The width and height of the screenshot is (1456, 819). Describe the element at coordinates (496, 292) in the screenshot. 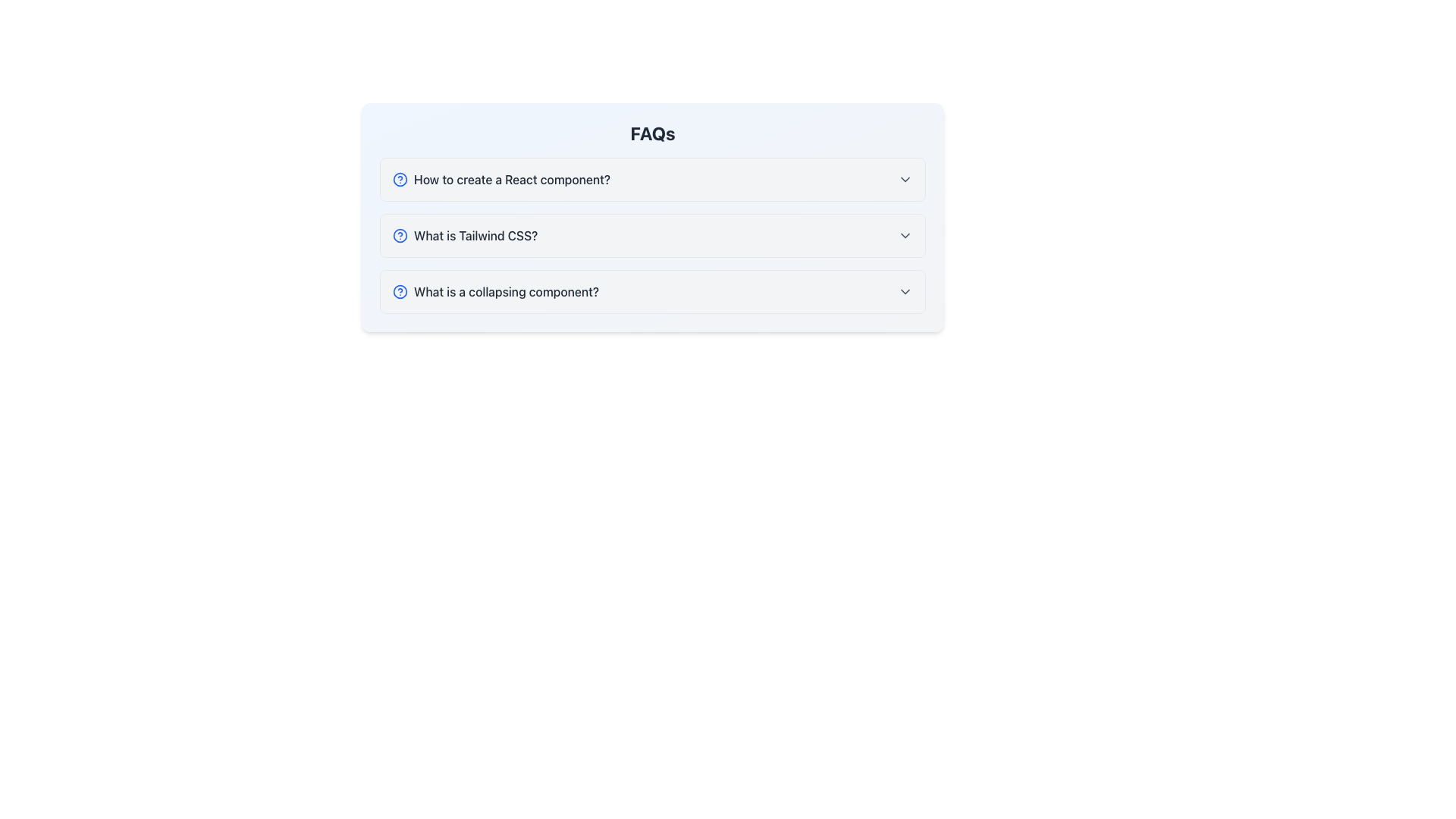

I see `the text "What is a collapsing component?"` at that location.